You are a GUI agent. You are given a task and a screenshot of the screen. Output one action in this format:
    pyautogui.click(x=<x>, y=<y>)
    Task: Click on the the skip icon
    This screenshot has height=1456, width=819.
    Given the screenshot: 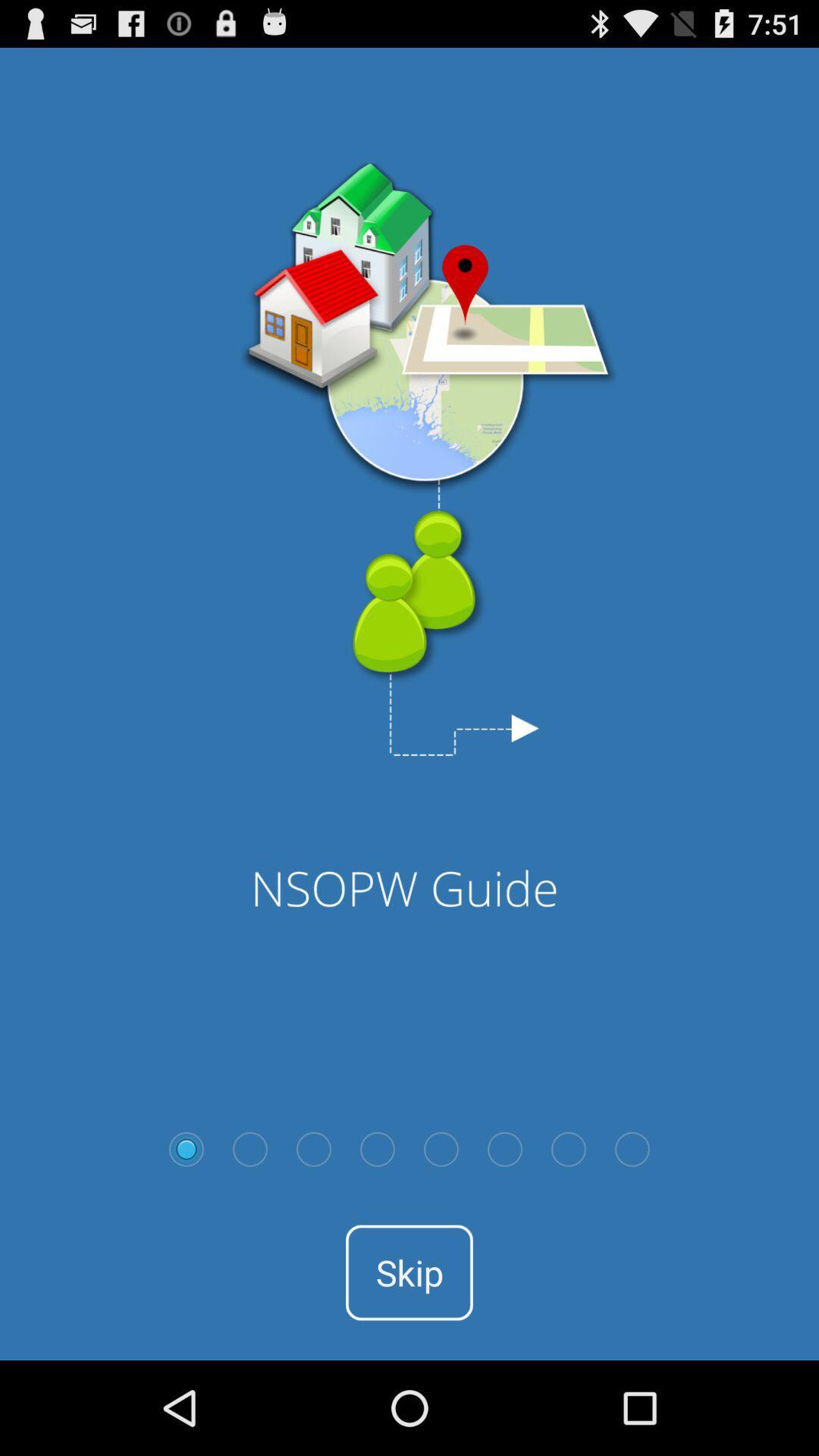 What is the action you would take?
    pyautogui.click(x=409, y=1272)
    